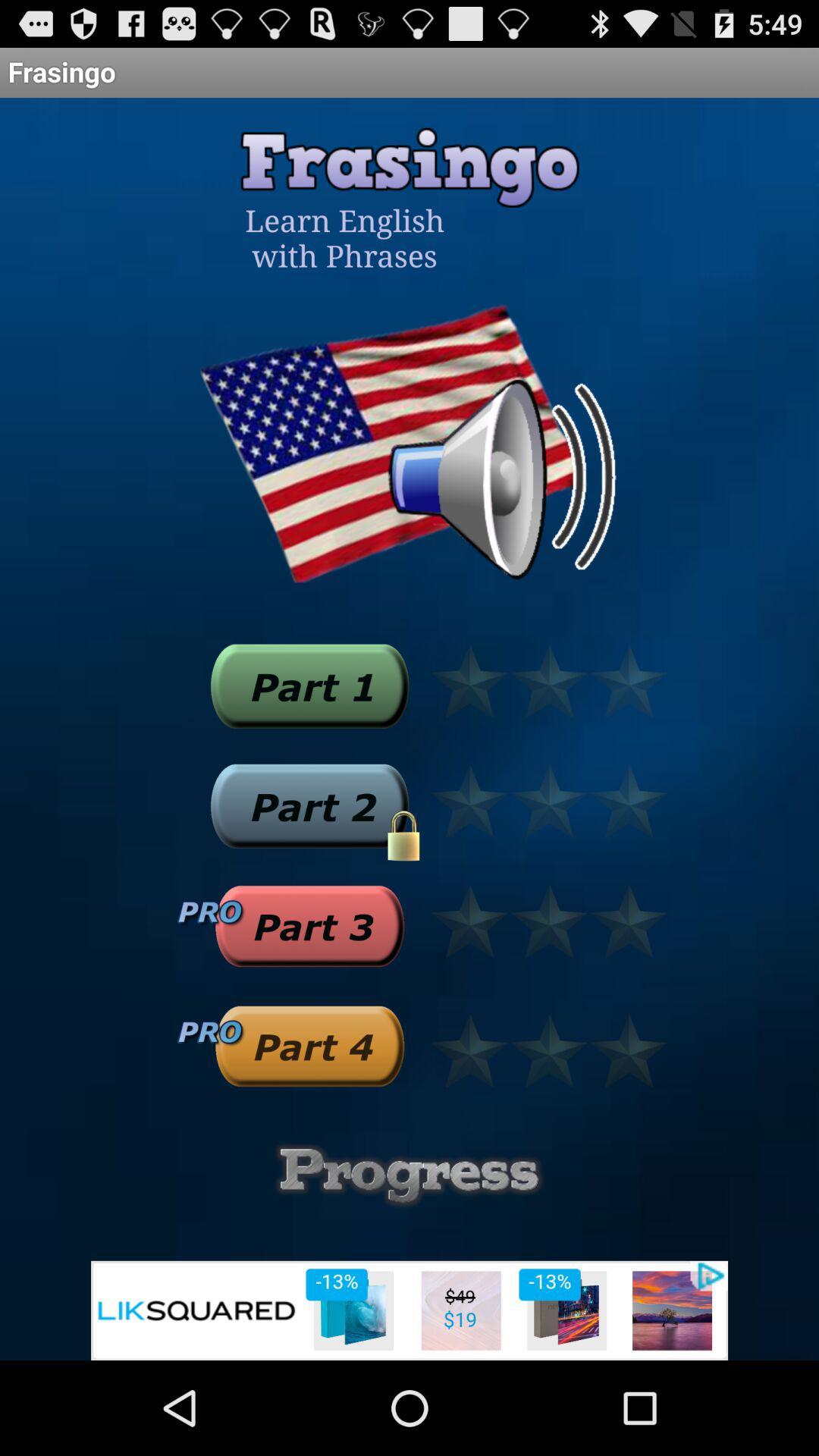 The image size is (819, 1456). Describe the element at coordinates (309, 925) in the screenshot. I see `part 3 lessons` at that location.